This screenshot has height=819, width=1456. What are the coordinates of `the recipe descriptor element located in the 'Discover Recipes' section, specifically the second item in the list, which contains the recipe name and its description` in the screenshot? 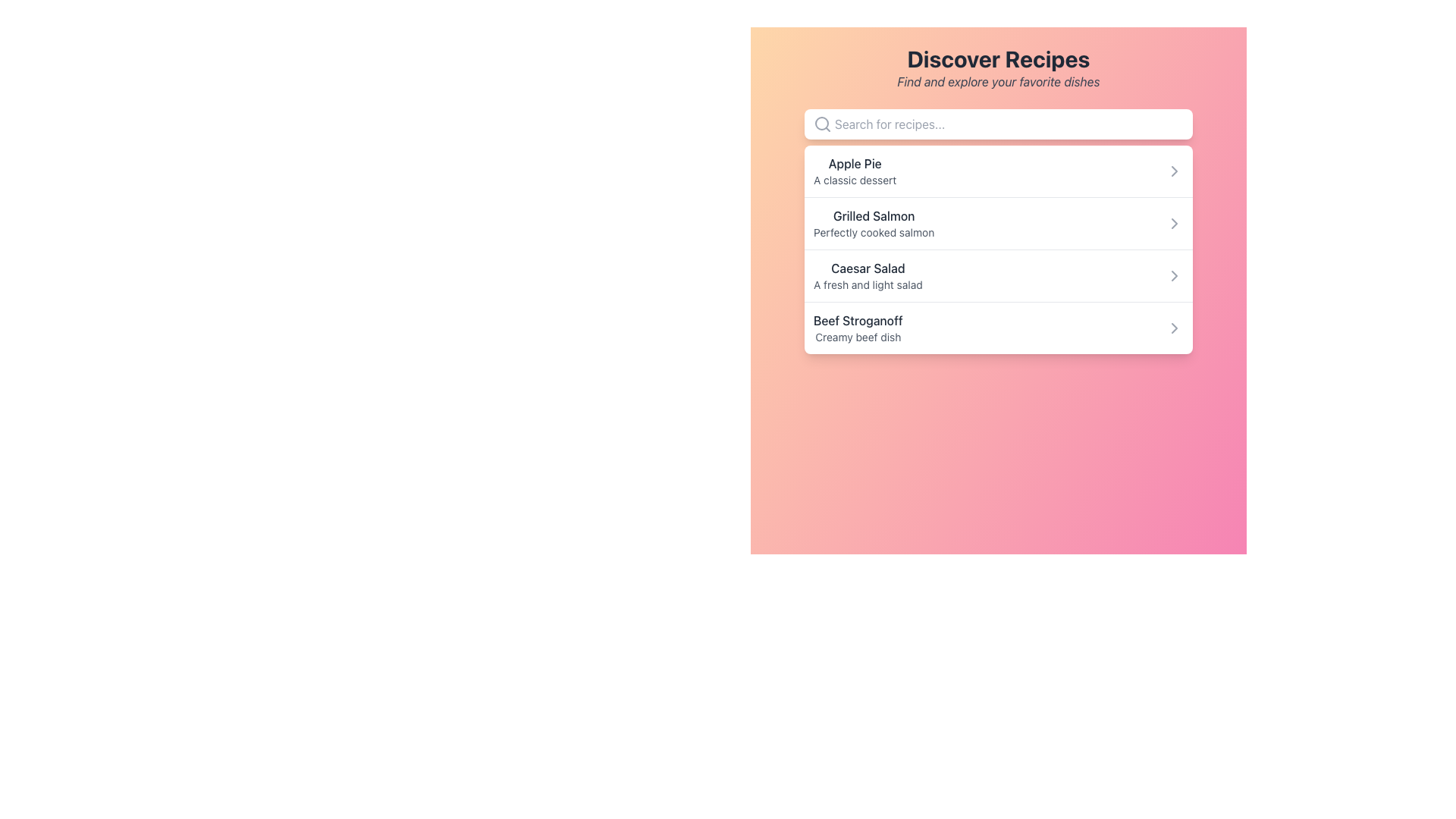 It's located at (874, 223).